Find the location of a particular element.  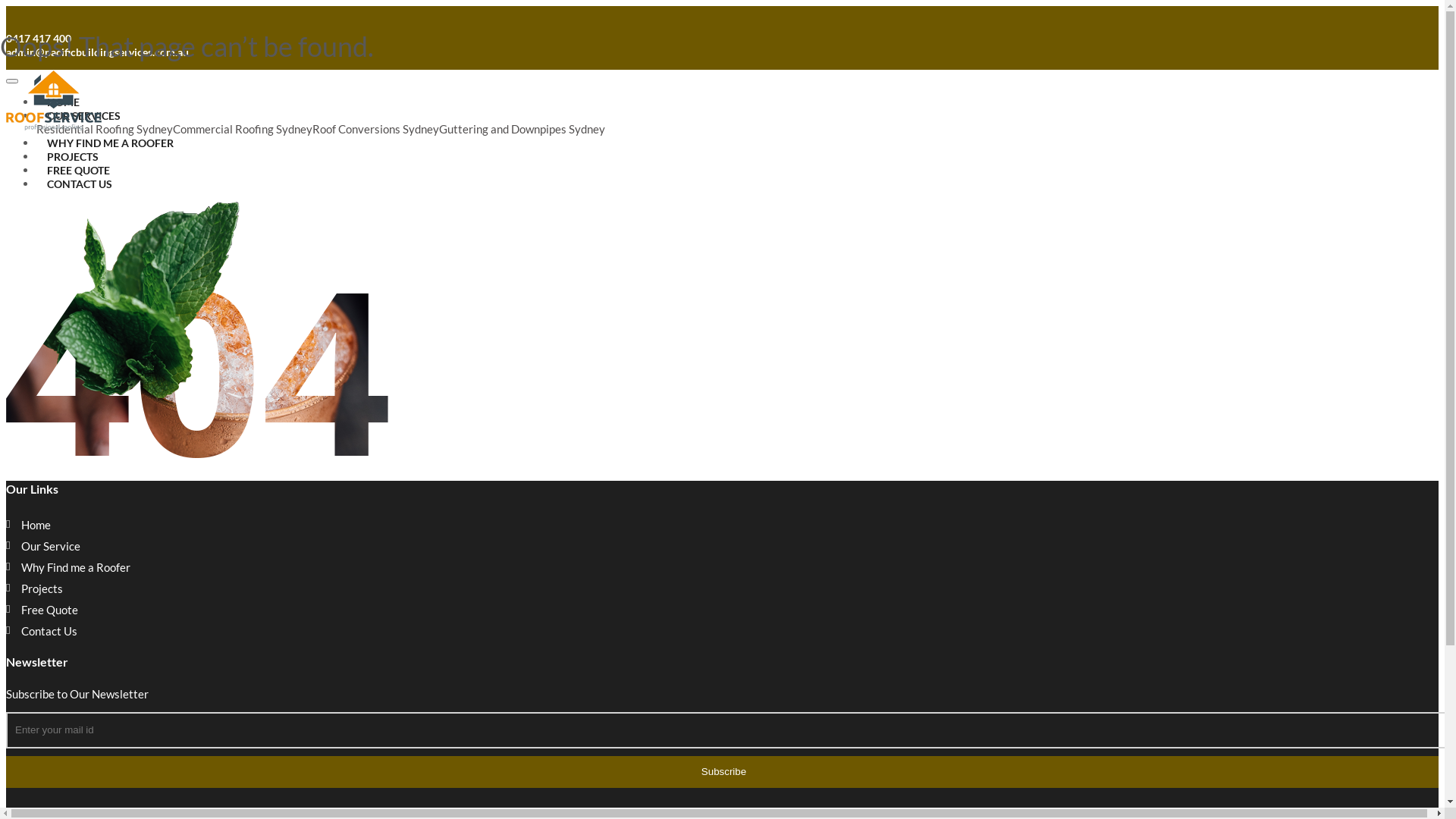

'Our Service' is located at coordinates (51, 546).